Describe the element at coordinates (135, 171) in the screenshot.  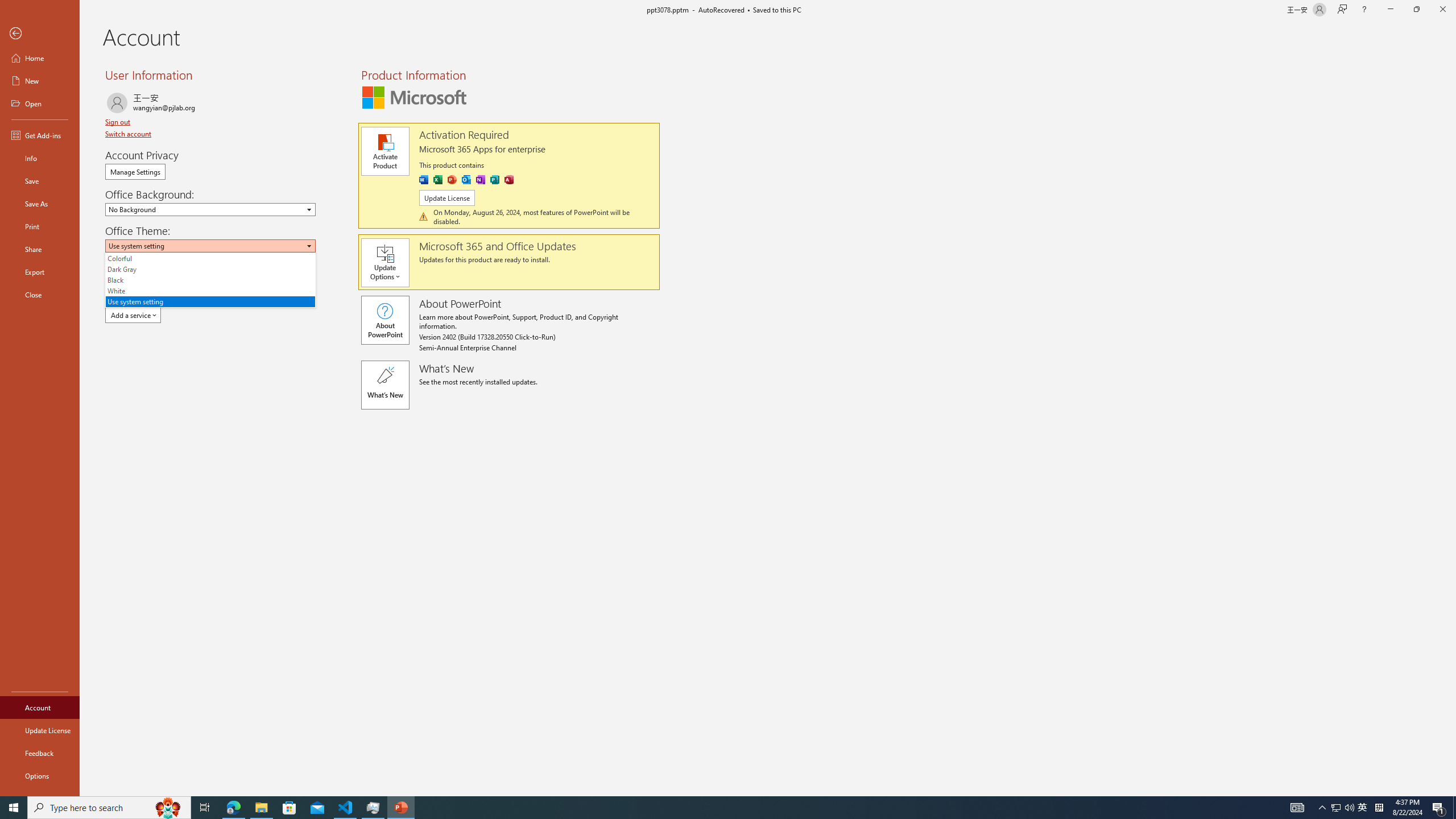
I see `'Manage Settings'` at that location.